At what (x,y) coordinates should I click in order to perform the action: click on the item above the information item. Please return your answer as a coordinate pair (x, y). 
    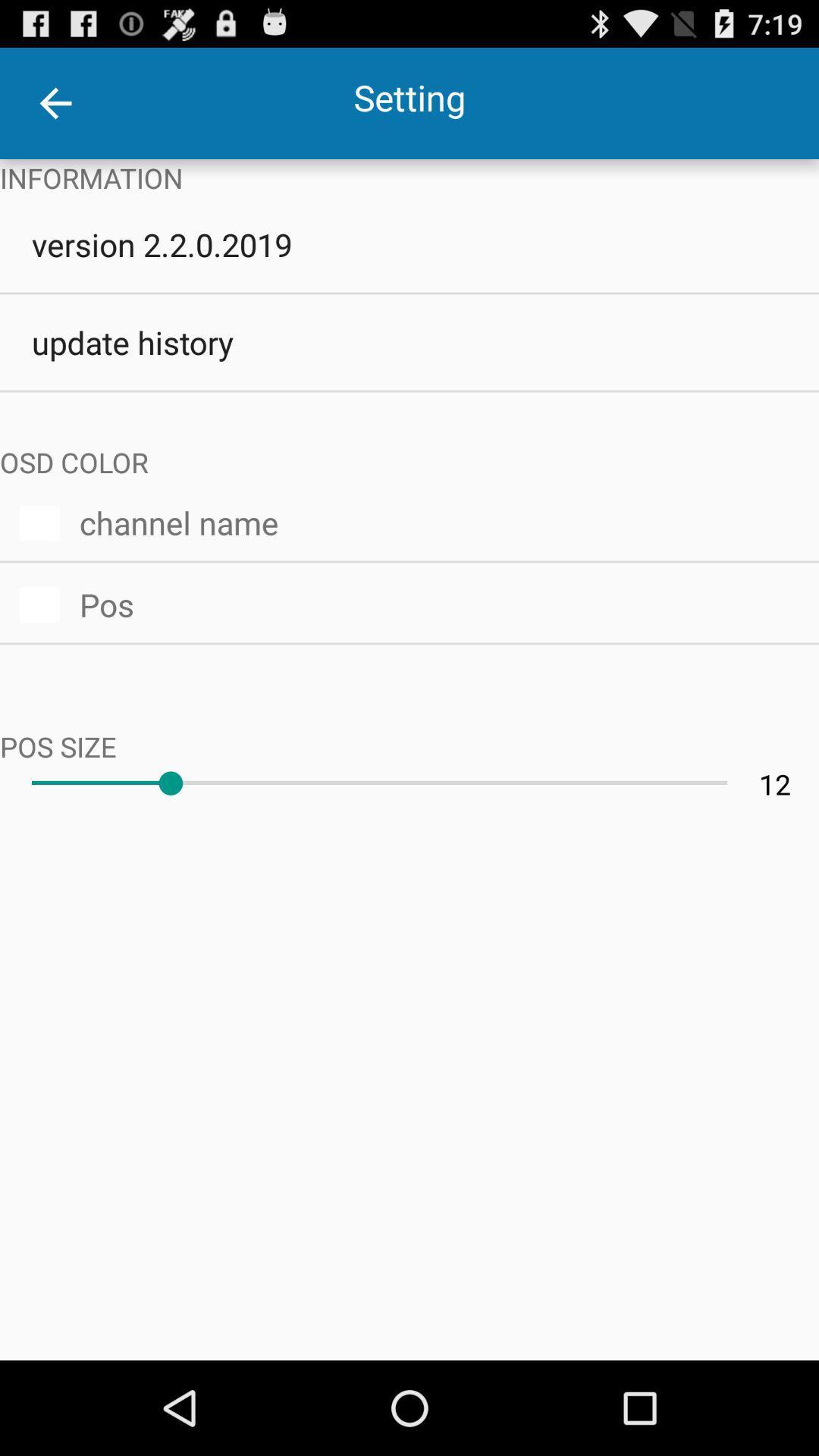
    Looking at the image, I should click on (55, 102).